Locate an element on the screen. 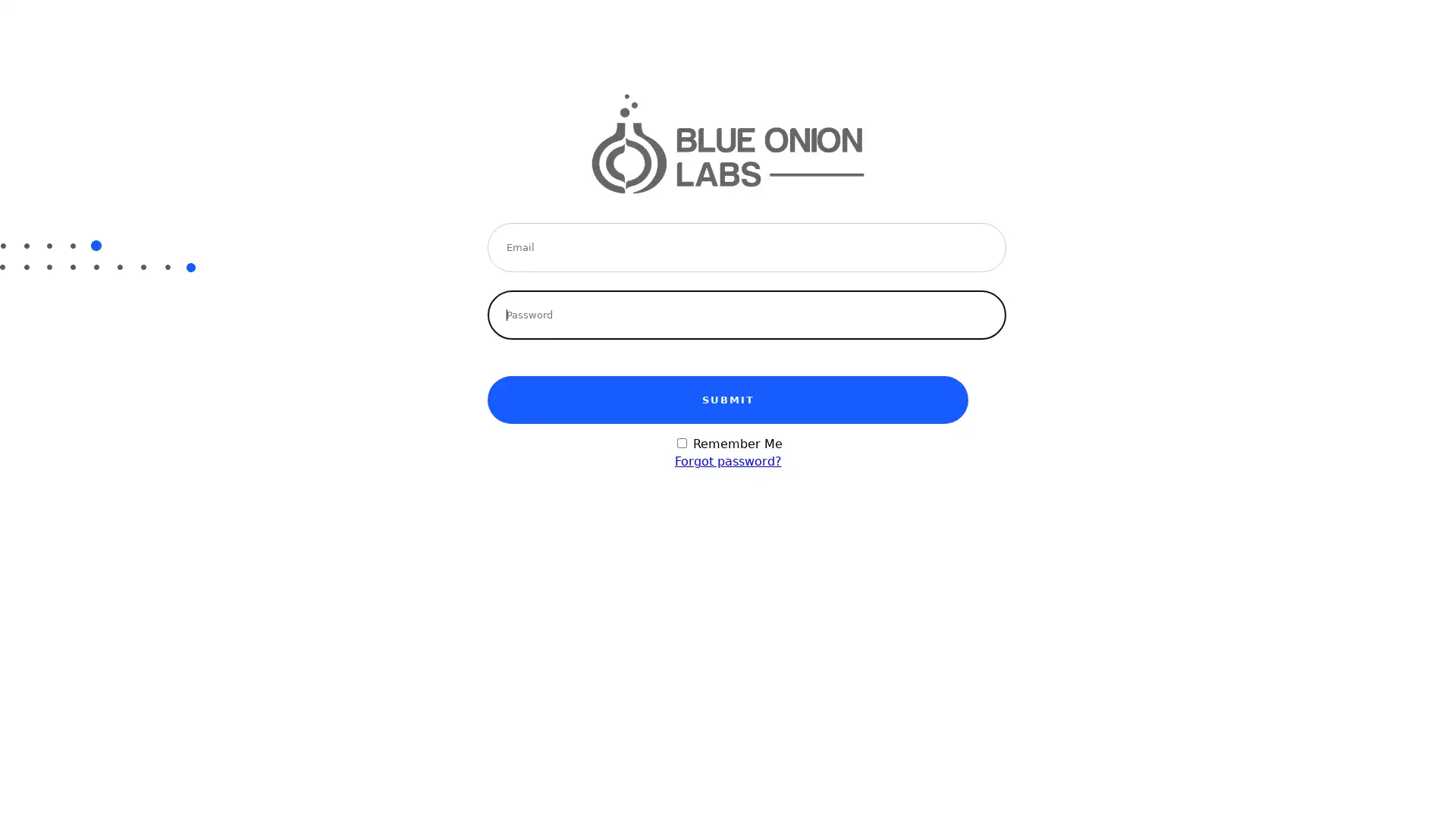  SUBMIT is located at coordinates (726, 399).